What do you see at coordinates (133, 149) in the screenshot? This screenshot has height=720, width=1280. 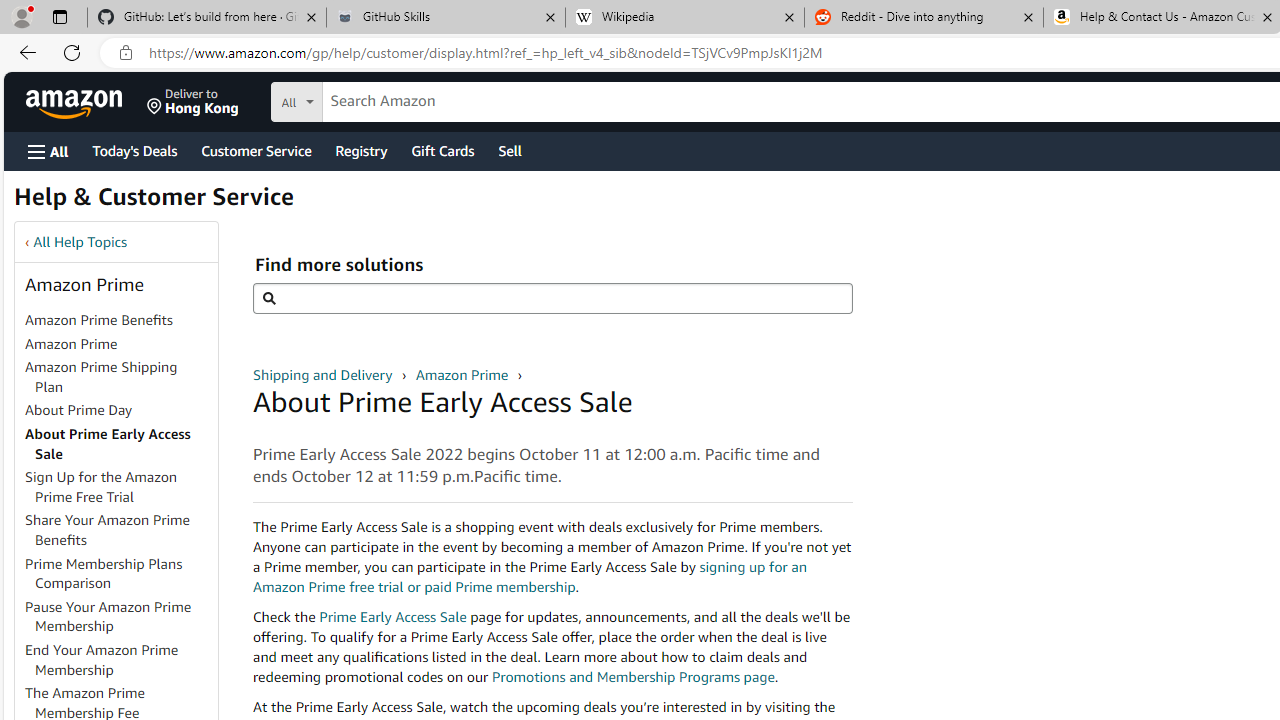 I see `'Today'` at bounding box center [133, 149].